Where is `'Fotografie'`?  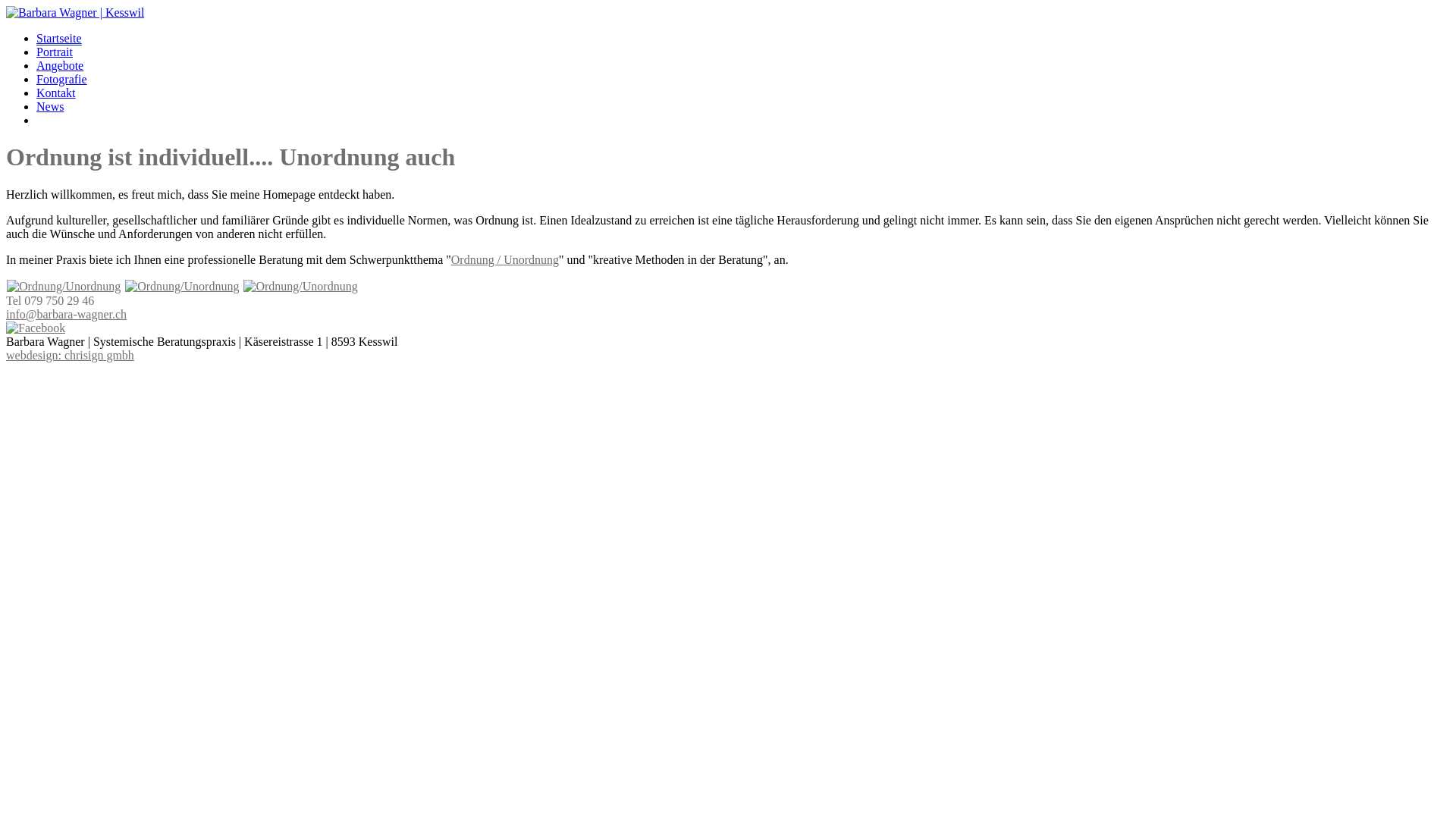 'Fotografie' is located at coordinates (61, 79).